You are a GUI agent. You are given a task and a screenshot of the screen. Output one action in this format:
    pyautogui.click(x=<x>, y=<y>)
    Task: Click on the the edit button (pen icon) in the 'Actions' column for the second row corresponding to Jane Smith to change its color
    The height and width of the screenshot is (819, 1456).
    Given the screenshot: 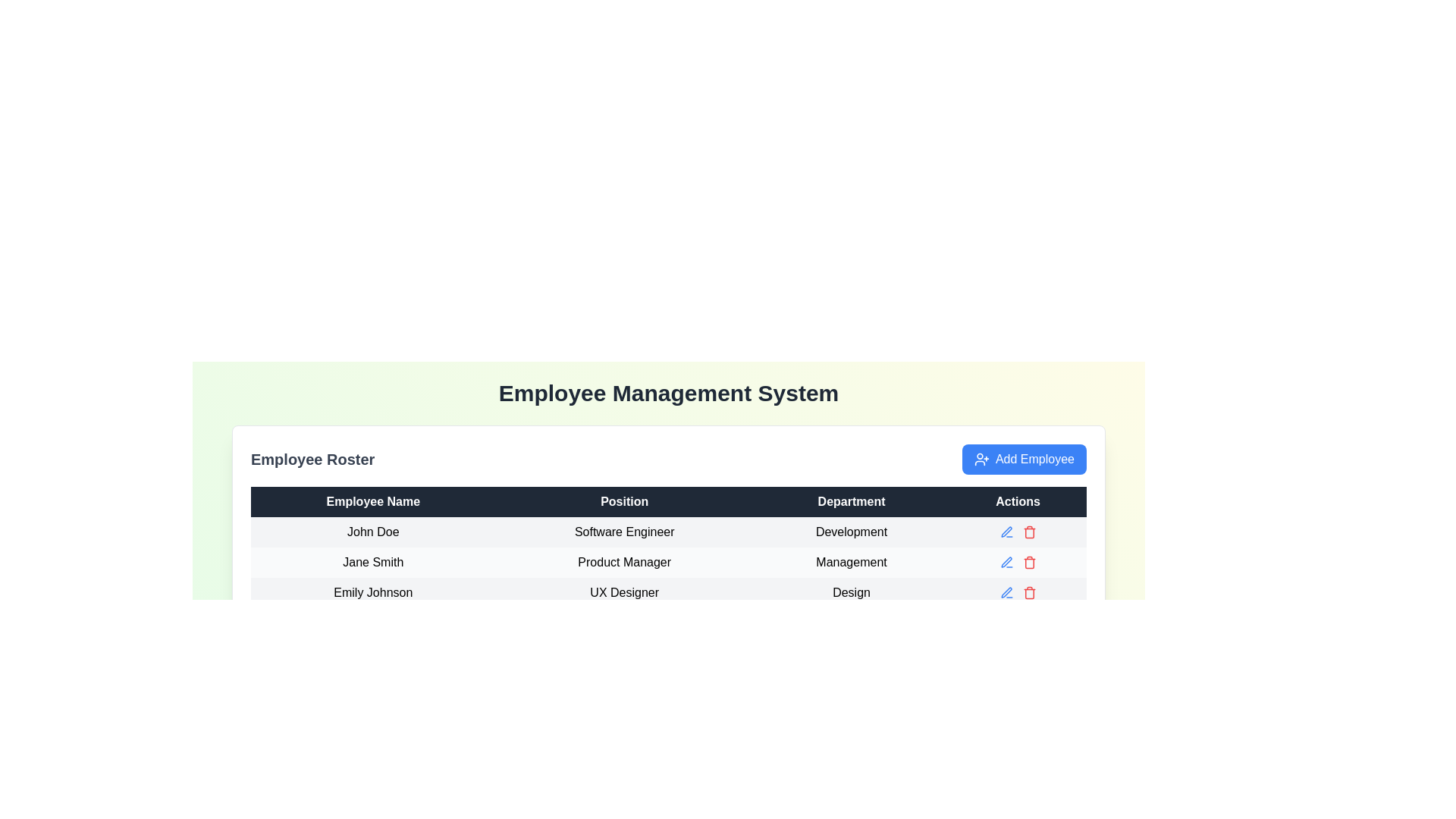 What is the action you would take?
    pyautogui.click(x=1006, y=532)
    